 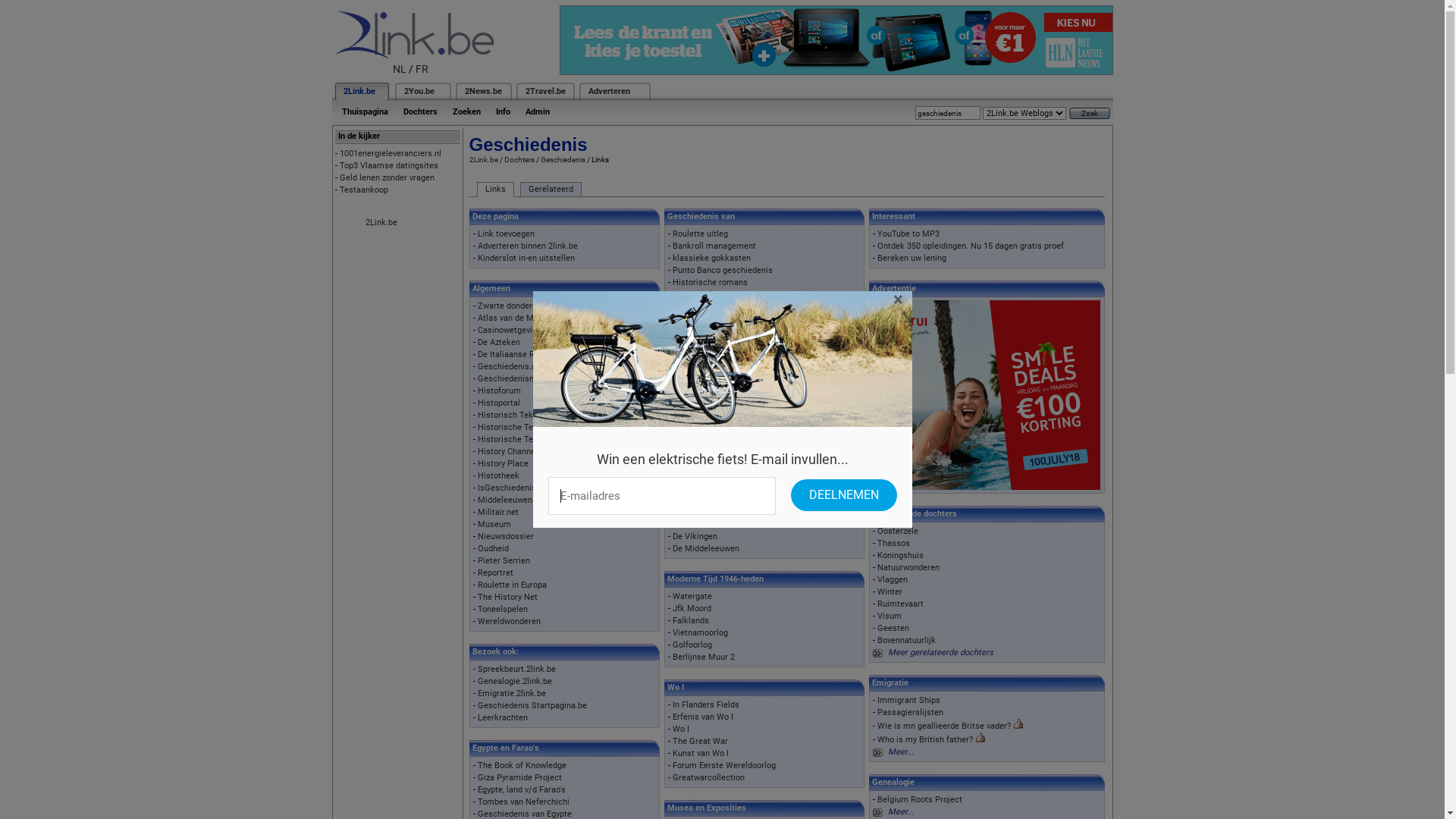 What do you see at coordinates (900, 752) in the screenshot?
I see `'Meer...'` at bounding box center [900, 752].